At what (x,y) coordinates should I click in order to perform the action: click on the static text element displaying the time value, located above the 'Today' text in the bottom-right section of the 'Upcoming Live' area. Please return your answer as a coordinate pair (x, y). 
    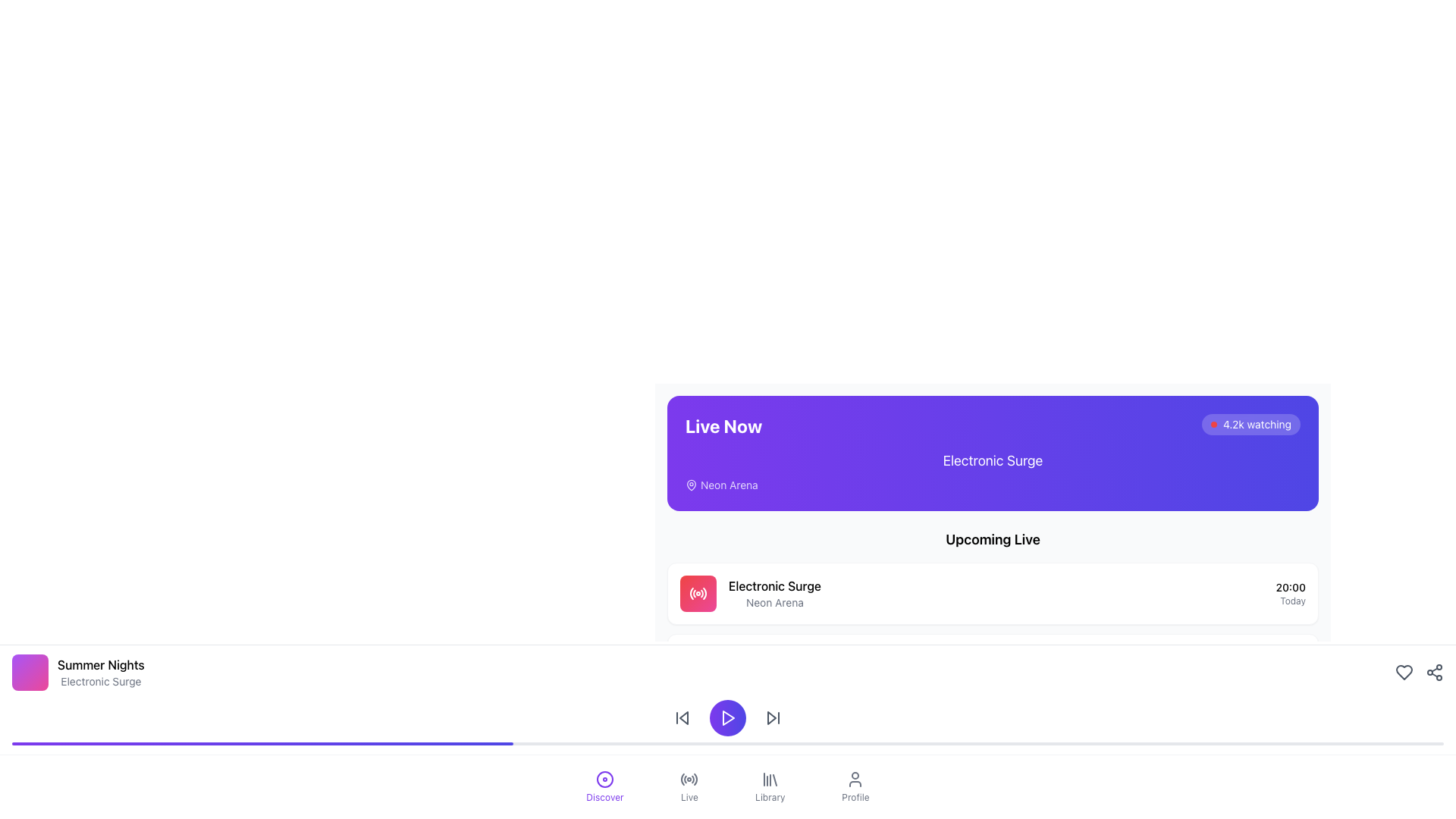
    Looking at the image, I should click on (1290, 587).